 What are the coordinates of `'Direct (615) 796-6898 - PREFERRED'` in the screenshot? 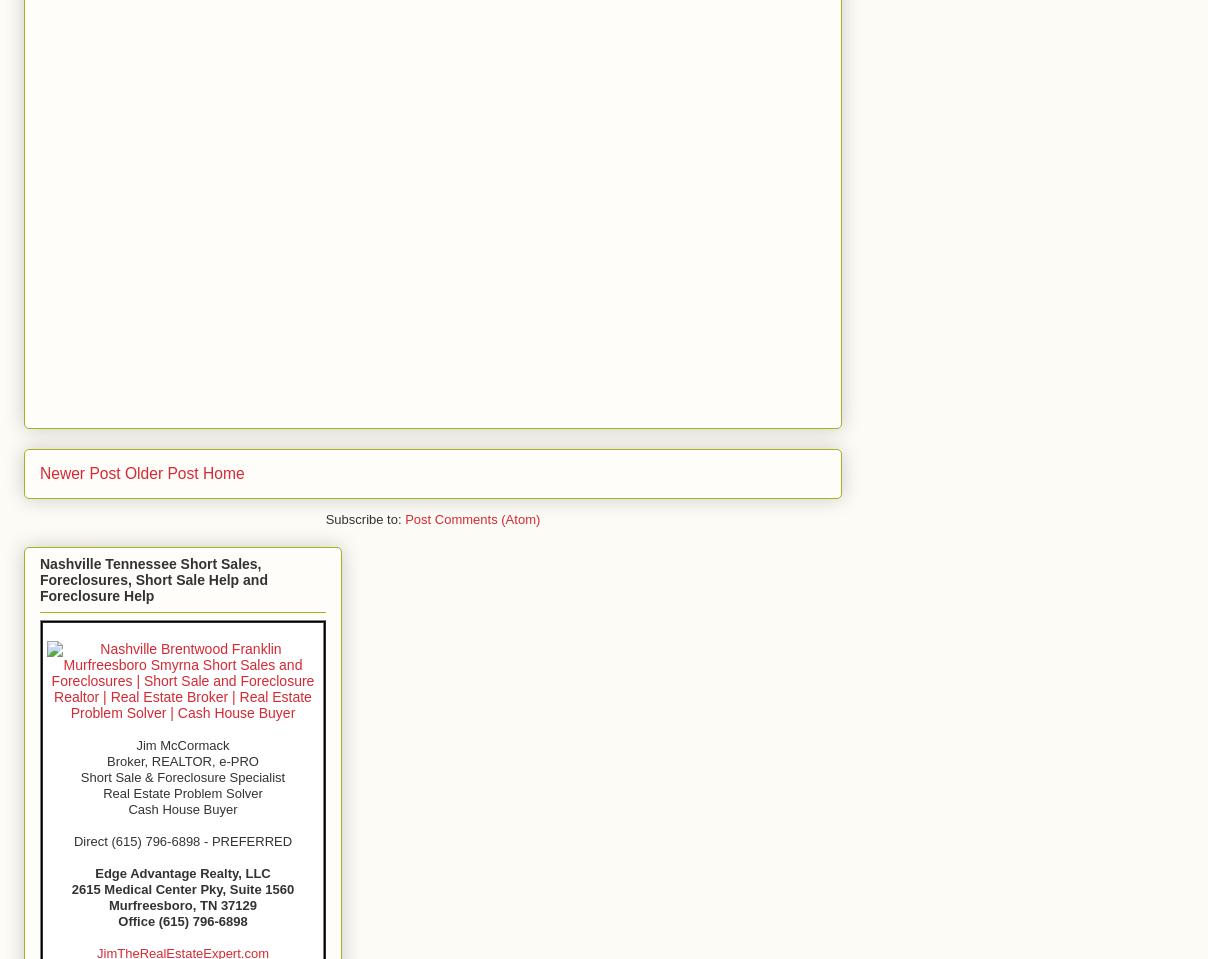 It's located at (182, 840).